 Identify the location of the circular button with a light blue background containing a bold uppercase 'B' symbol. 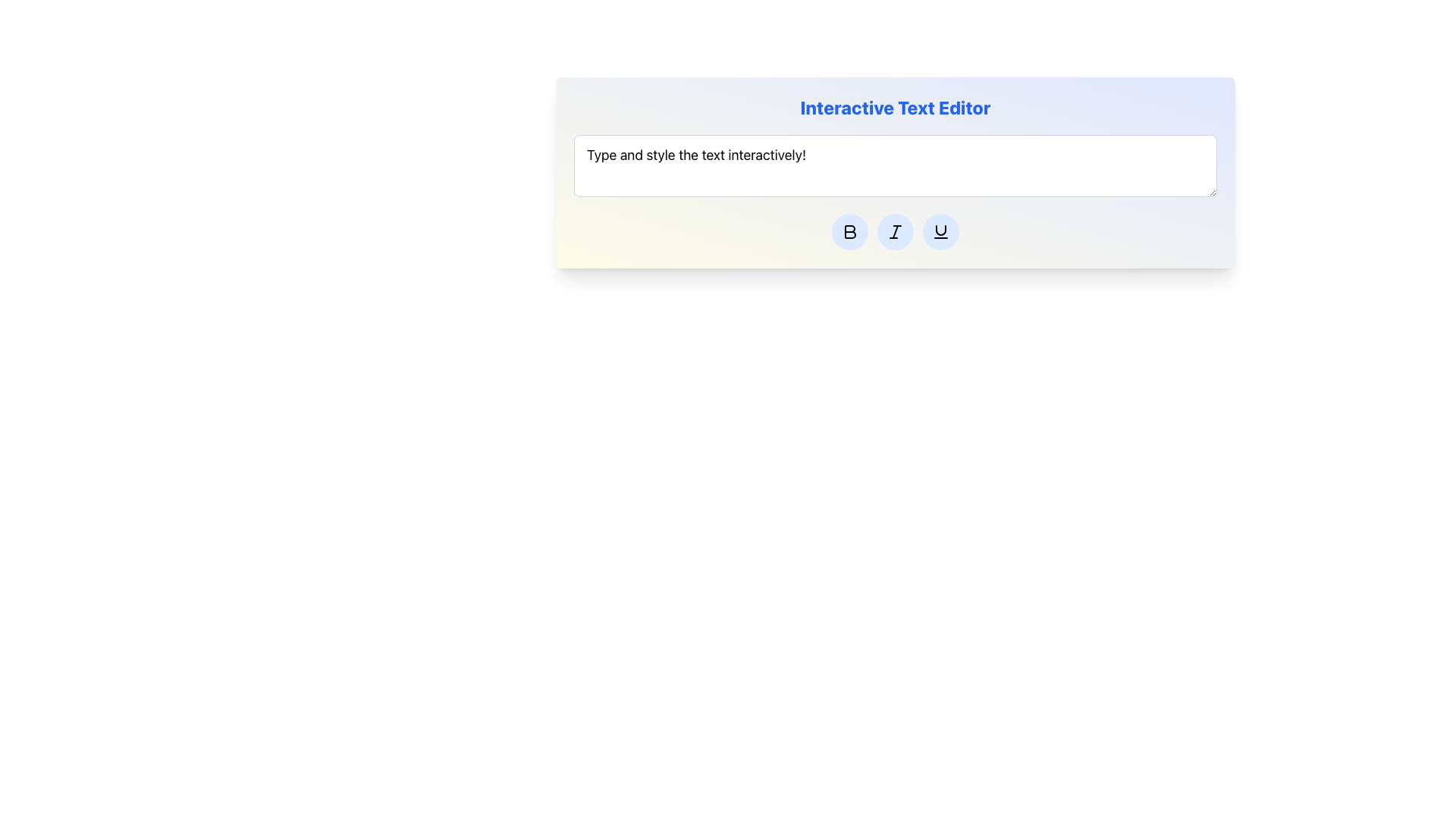
(850, 231).